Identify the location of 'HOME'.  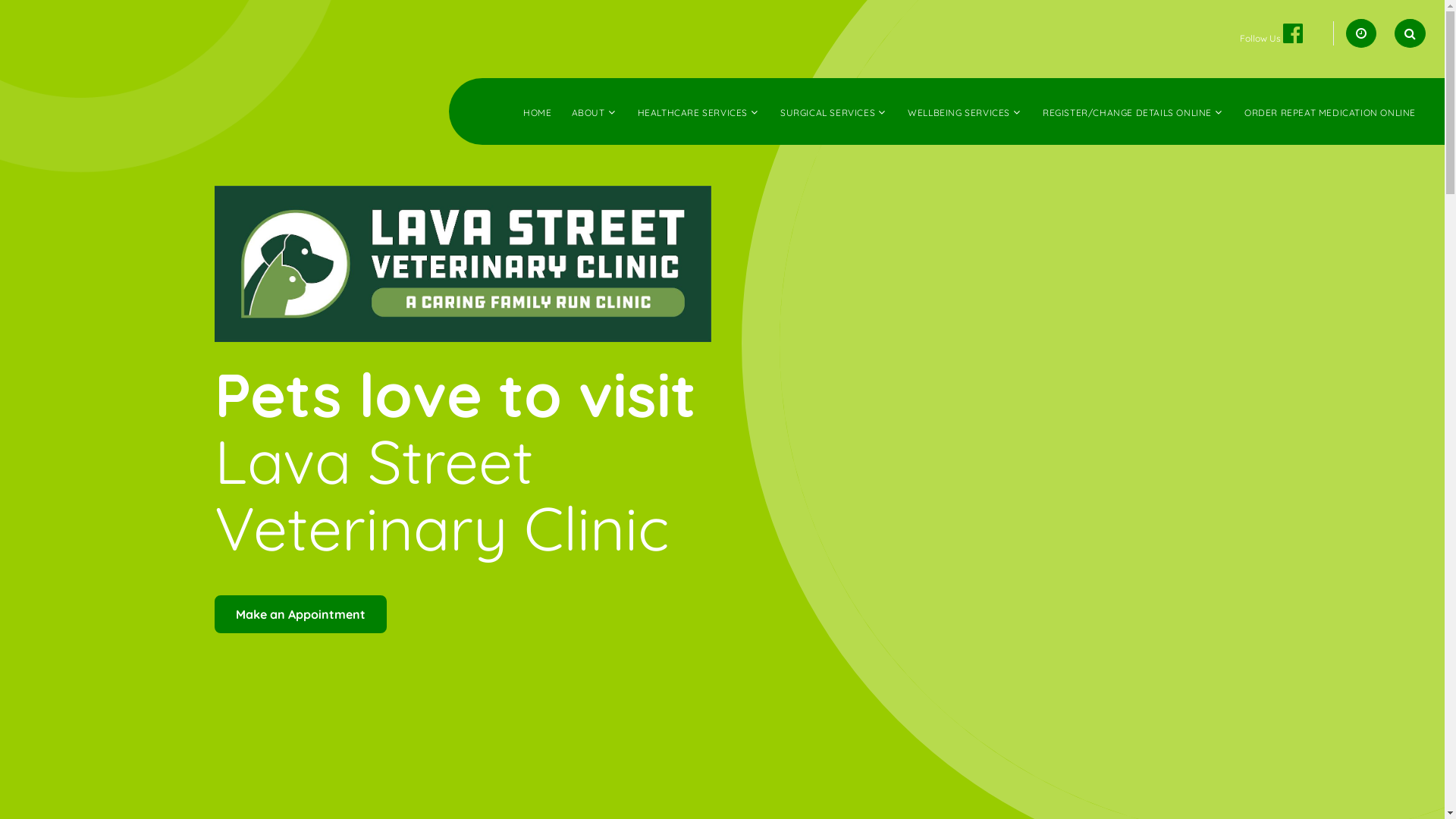
(537, 111).